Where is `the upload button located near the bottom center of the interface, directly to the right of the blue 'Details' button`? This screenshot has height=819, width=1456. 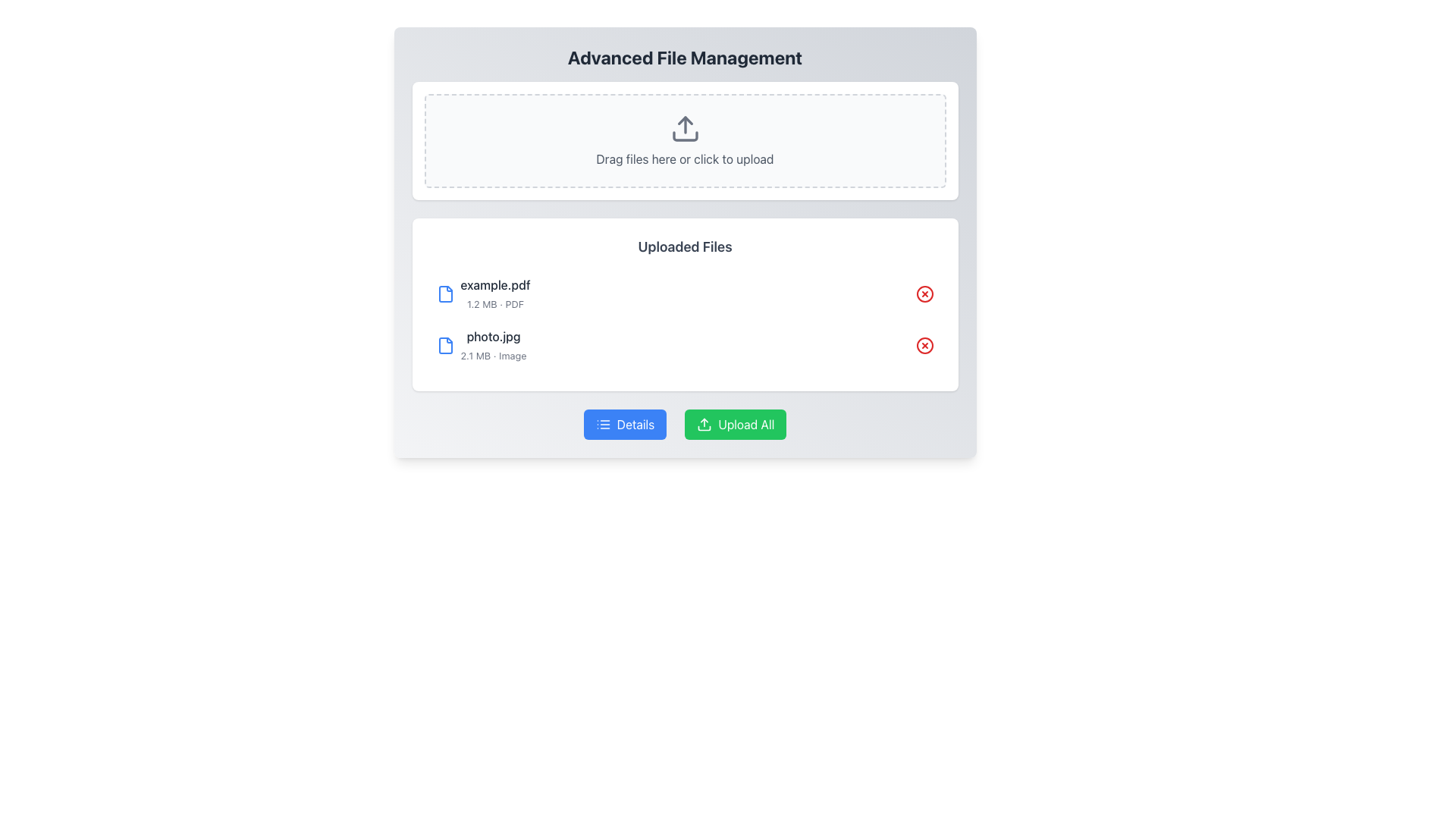 the upload button located near the bottom center of the interface, directly to the right of the blue 'Details' button is located at coordinates (736, 424).